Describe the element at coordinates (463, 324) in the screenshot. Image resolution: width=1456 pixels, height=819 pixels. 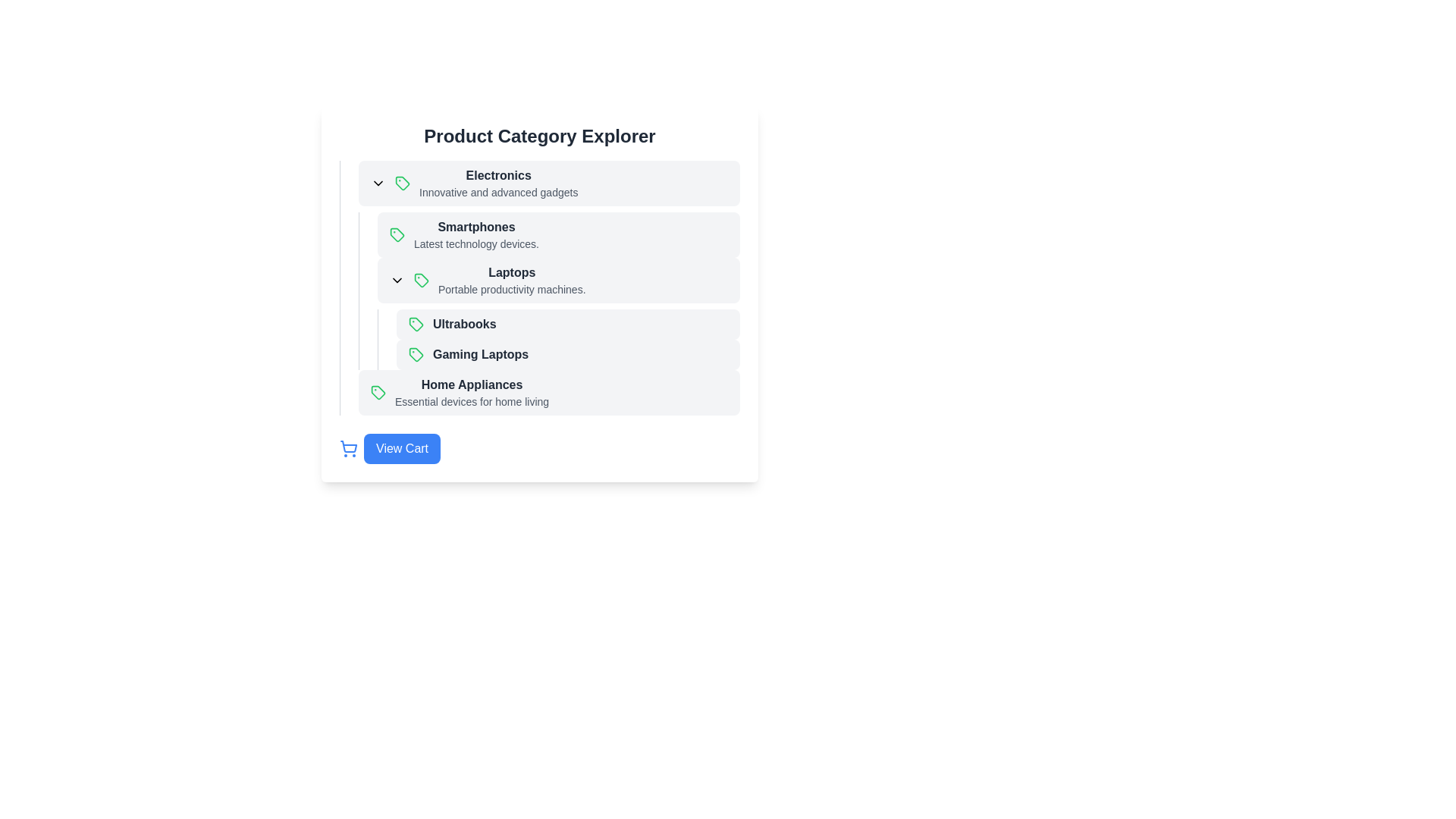
I see `the static text label displaying 'Ultrabooks' in bold, dark gray text, which is located beneath the 'Laptops' section header and aligned with a green tag icon` at that location.